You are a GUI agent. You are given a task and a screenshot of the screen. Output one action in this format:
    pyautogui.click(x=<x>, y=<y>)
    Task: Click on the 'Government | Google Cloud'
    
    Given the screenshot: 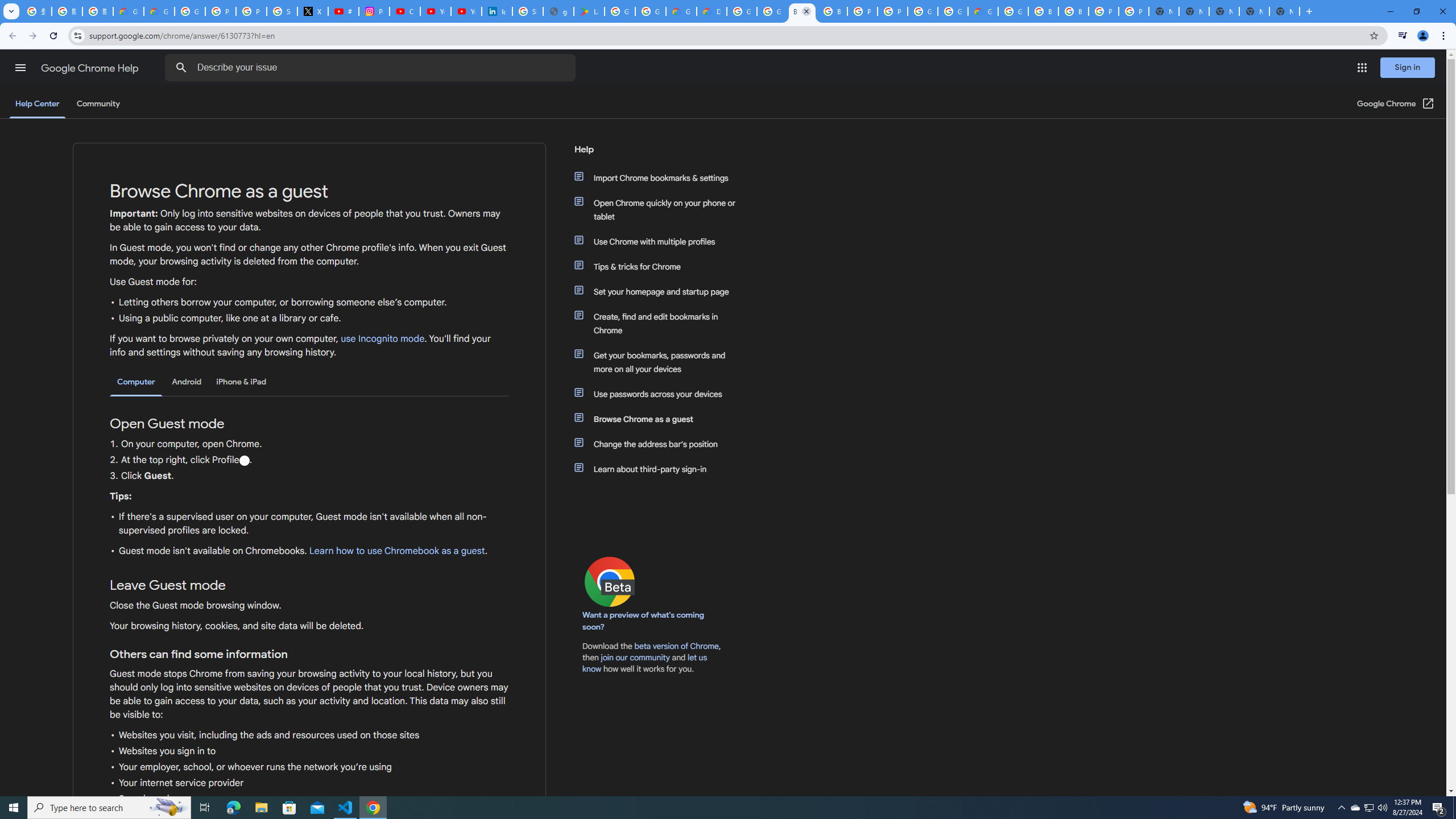 What is the action you would take?
    pyautogui.click(x=681, y=11)
    